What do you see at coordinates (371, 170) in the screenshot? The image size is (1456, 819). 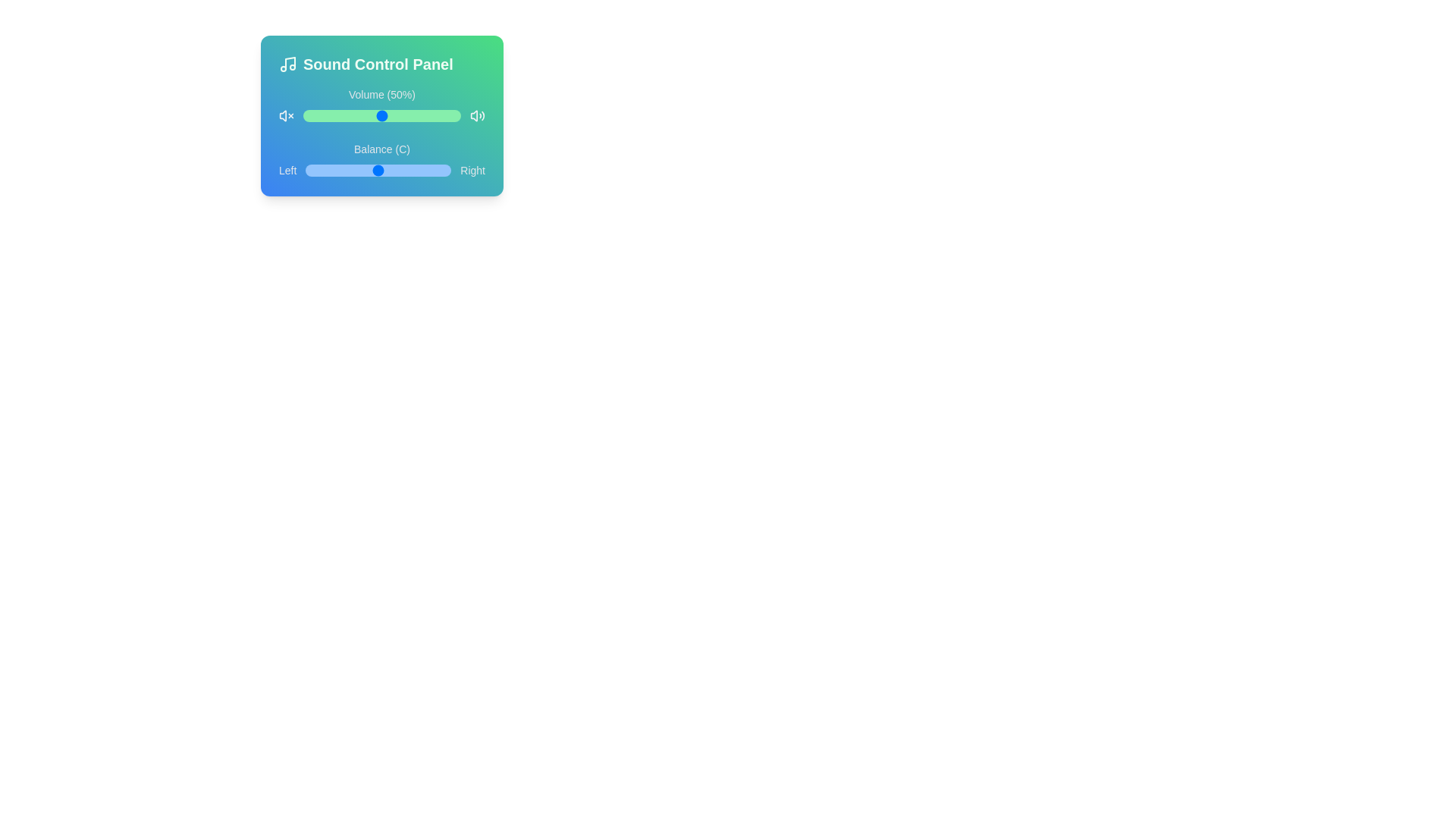 I see `balance` at bounding box center [371, 170].